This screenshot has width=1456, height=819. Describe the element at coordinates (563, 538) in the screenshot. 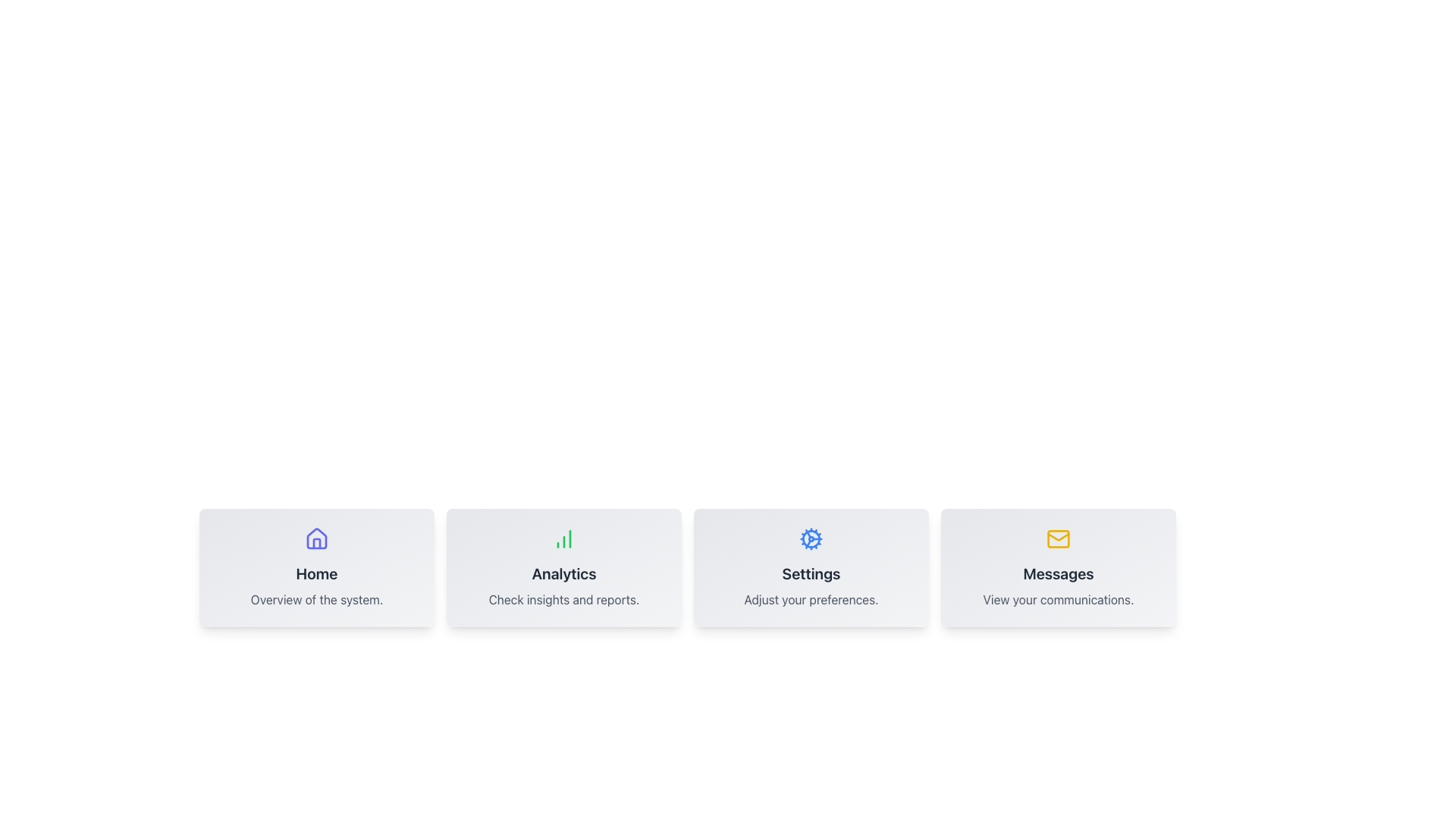

I see `the green column chart icon inside the 'Analytics' card, which is the second card from the left in a row of four cards, located centrally among them` at that location.